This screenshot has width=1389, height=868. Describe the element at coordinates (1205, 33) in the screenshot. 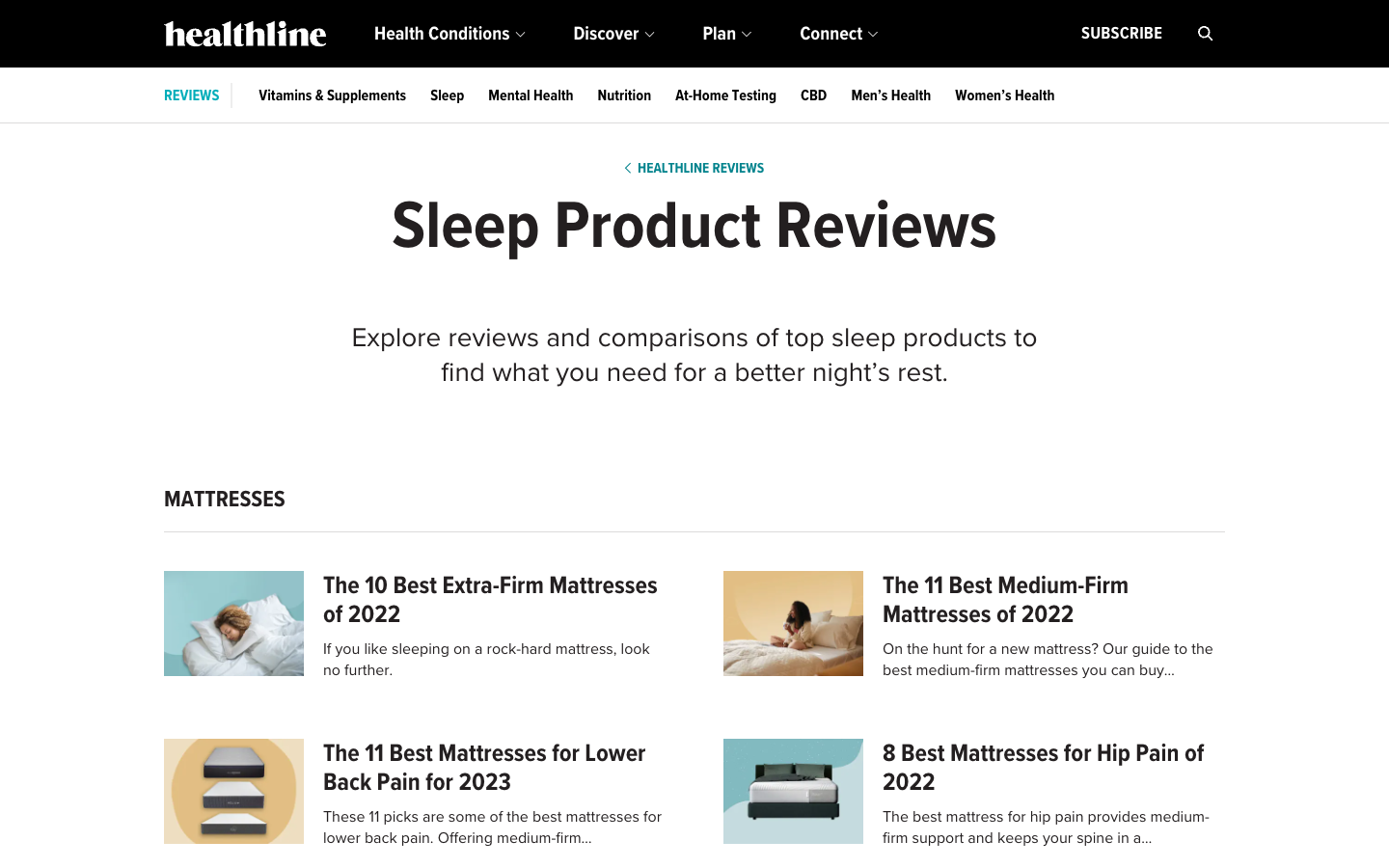

I see `Use the search bar for searching about mattresses` at that location.